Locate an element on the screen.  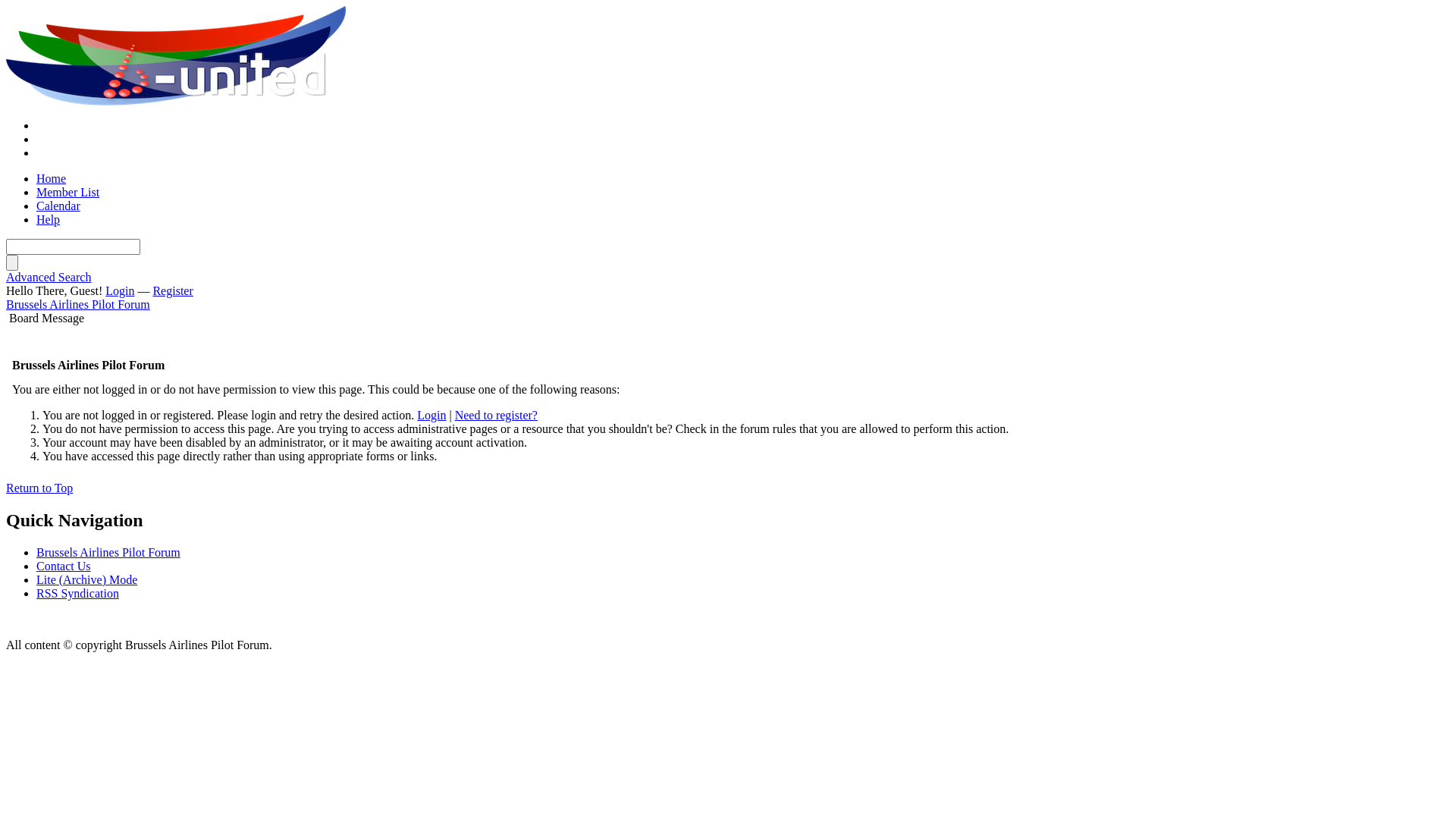
'Contact Us' is located at coordinates (62, 566).